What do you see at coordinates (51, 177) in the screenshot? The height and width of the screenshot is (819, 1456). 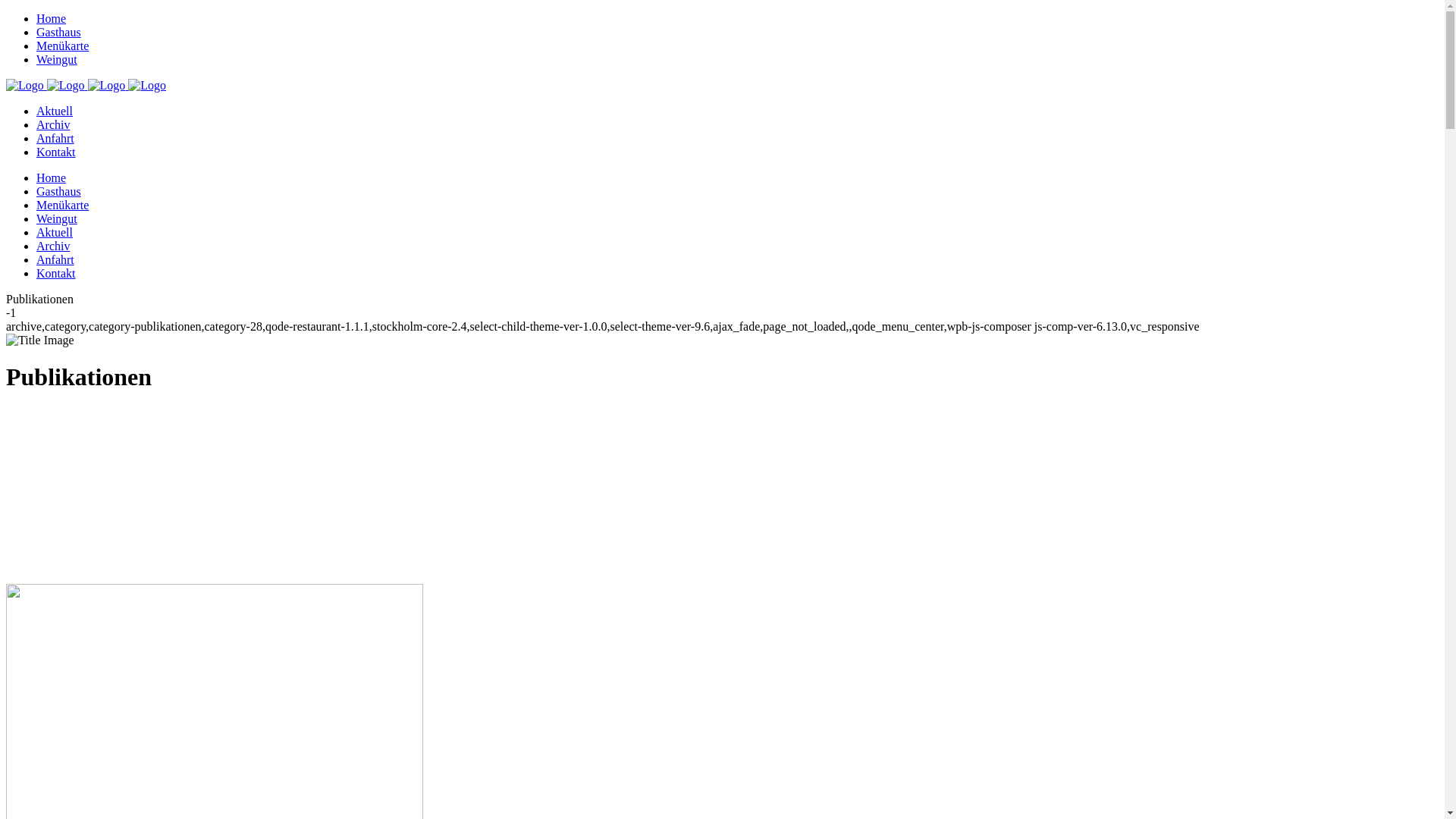 I see `'Home'` at bounding box center [51, 177].